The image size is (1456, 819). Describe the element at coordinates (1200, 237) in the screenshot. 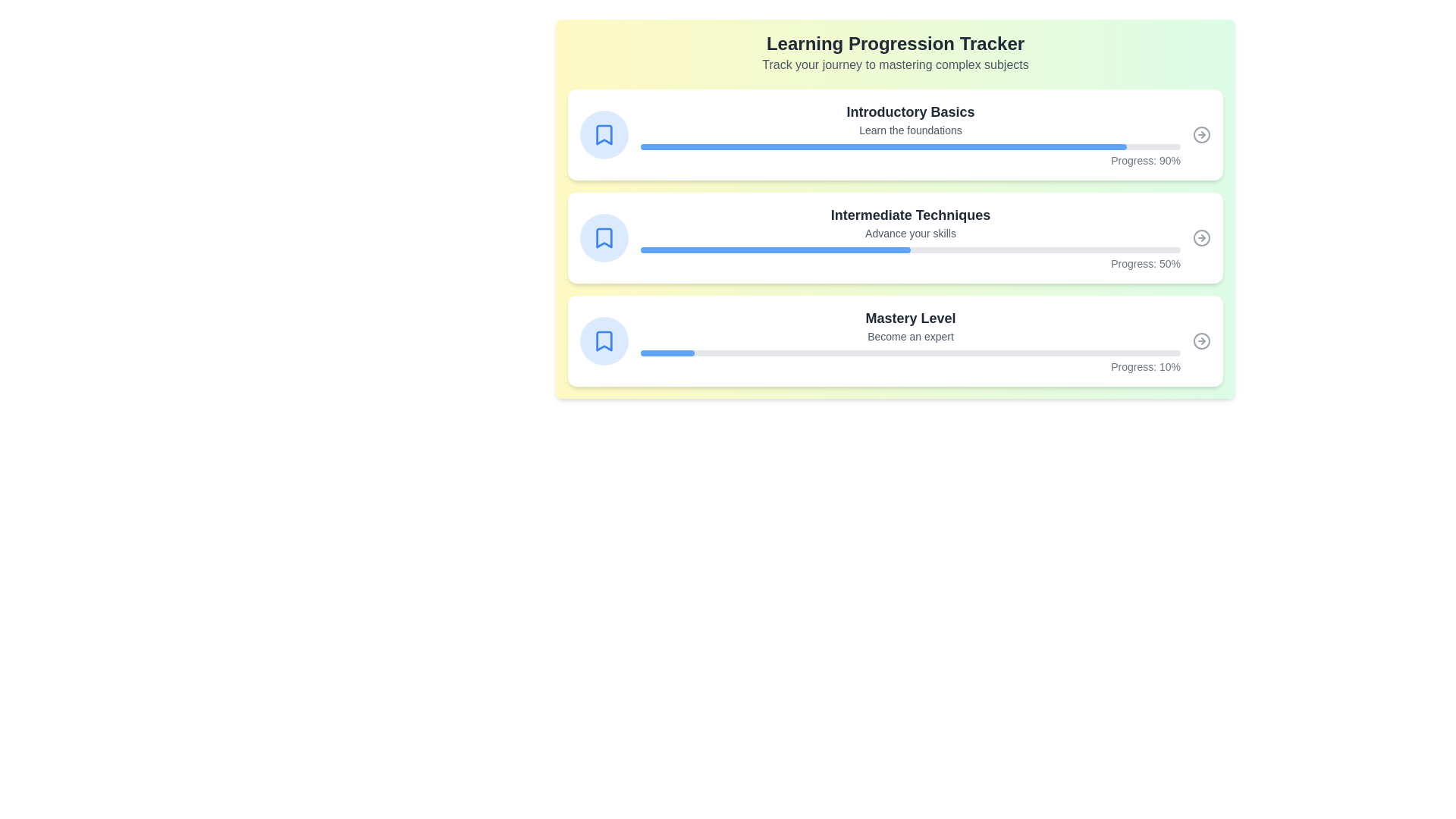

I see `the Circular navigation icon located at the far right inside the 'Intermediate Techniques' item` at that location.